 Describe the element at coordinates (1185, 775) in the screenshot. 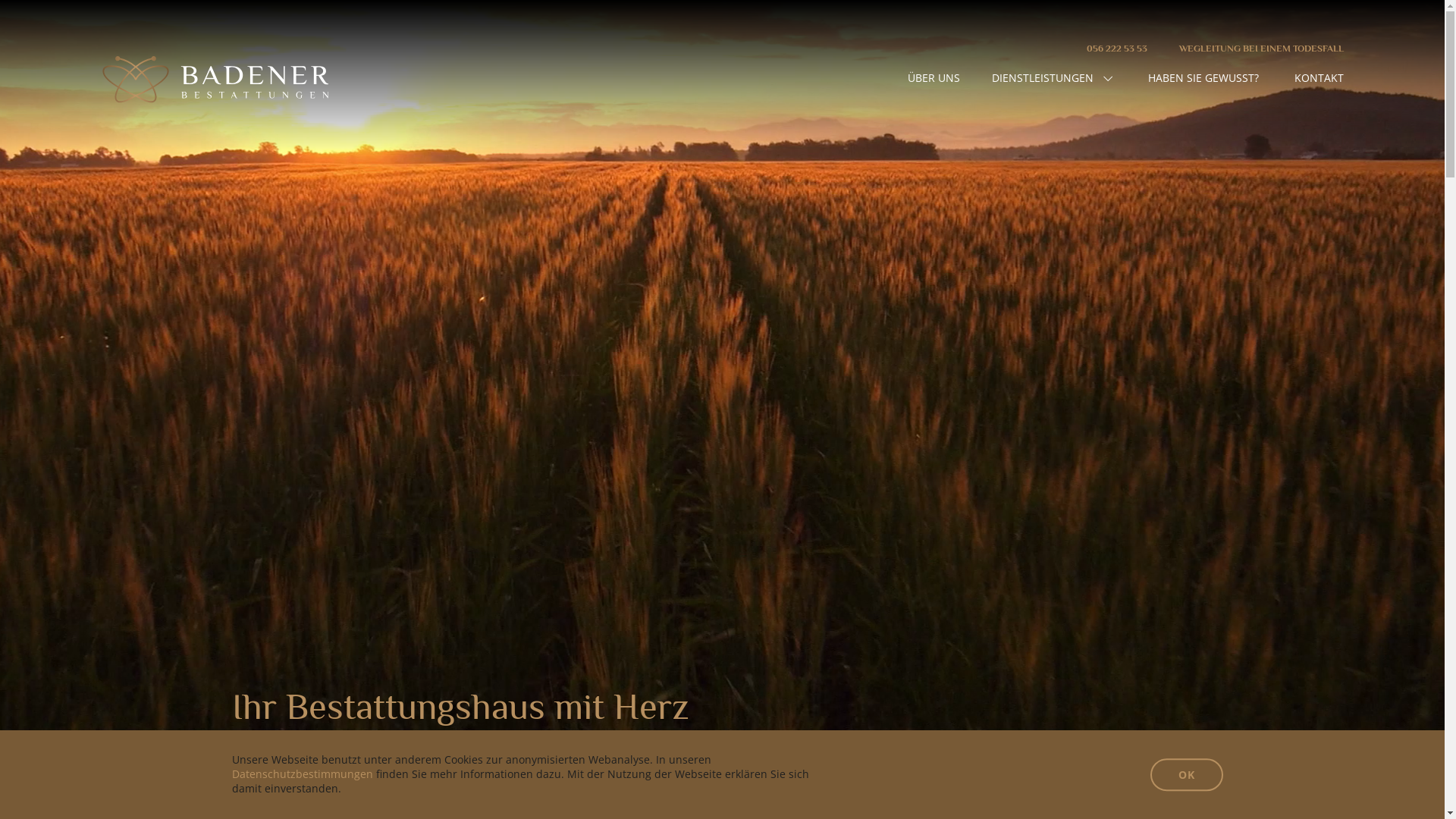

I see `'OK'` at that location.